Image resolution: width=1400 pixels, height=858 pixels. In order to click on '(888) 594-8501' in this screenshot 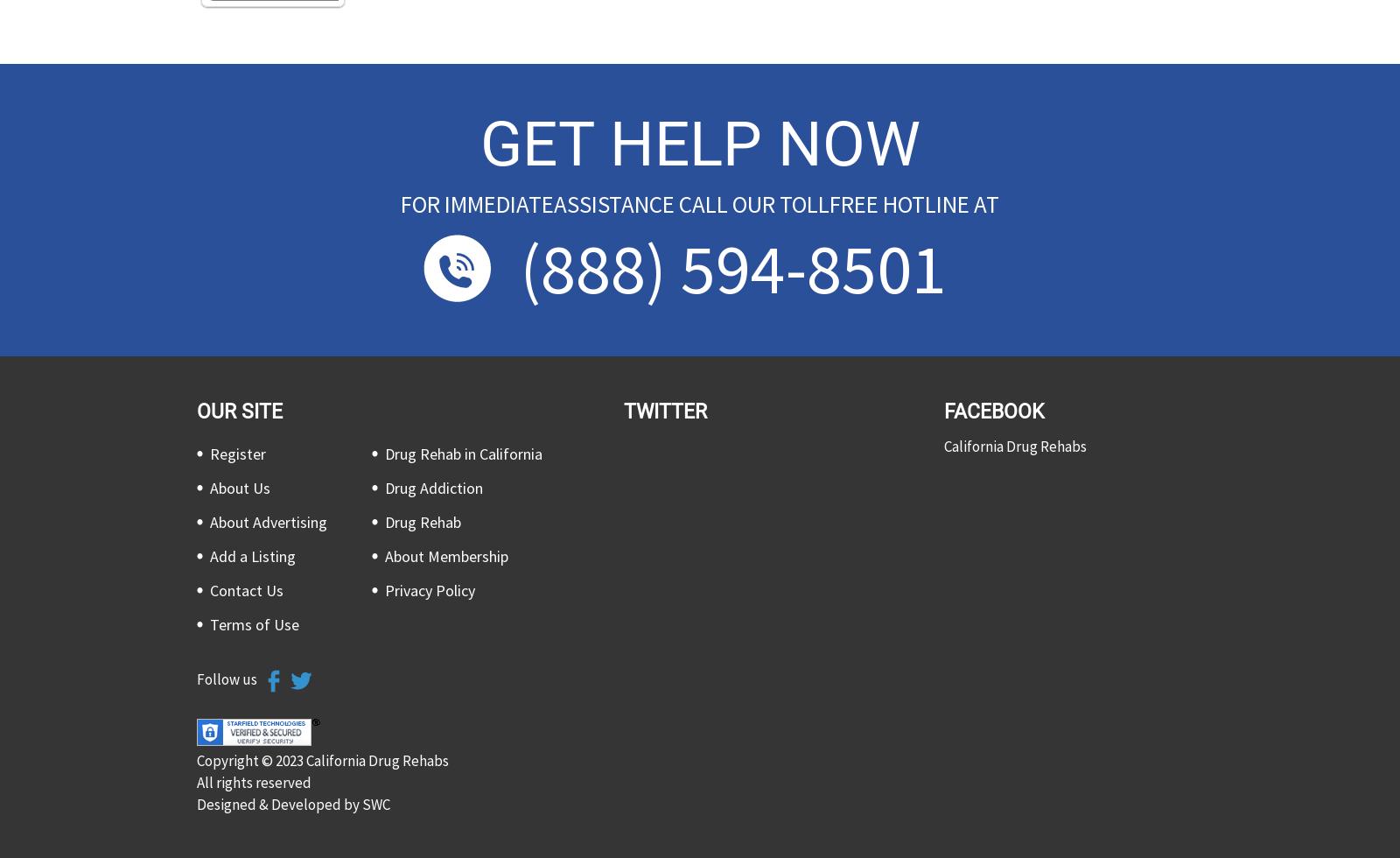, I will do `click(732, 267)`.